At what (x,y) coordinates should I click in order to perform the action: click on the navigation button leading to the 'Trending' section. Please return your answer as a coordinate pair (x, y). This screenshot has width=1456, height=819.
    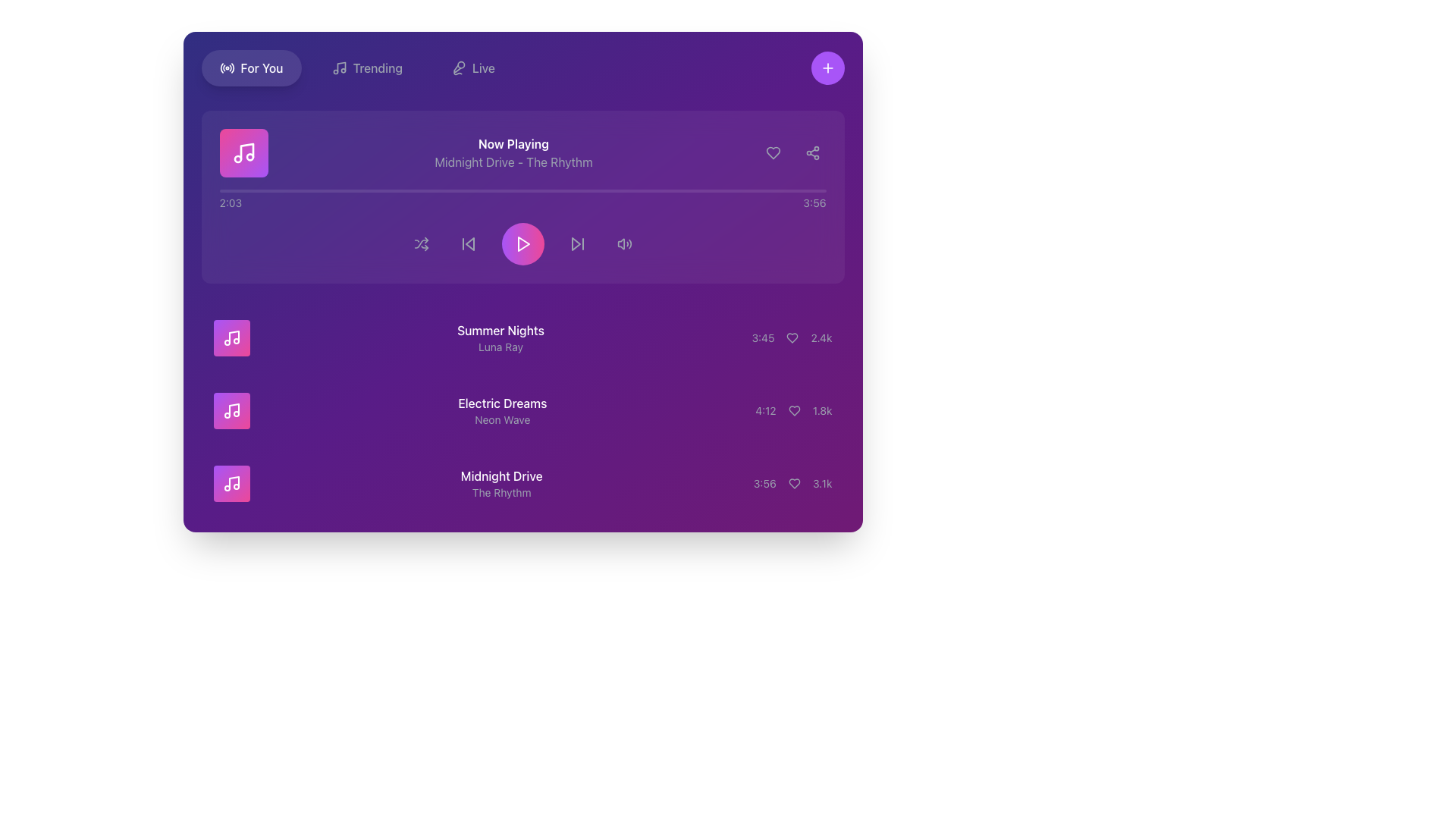
    Looking at the image, I should click on (367, 67).